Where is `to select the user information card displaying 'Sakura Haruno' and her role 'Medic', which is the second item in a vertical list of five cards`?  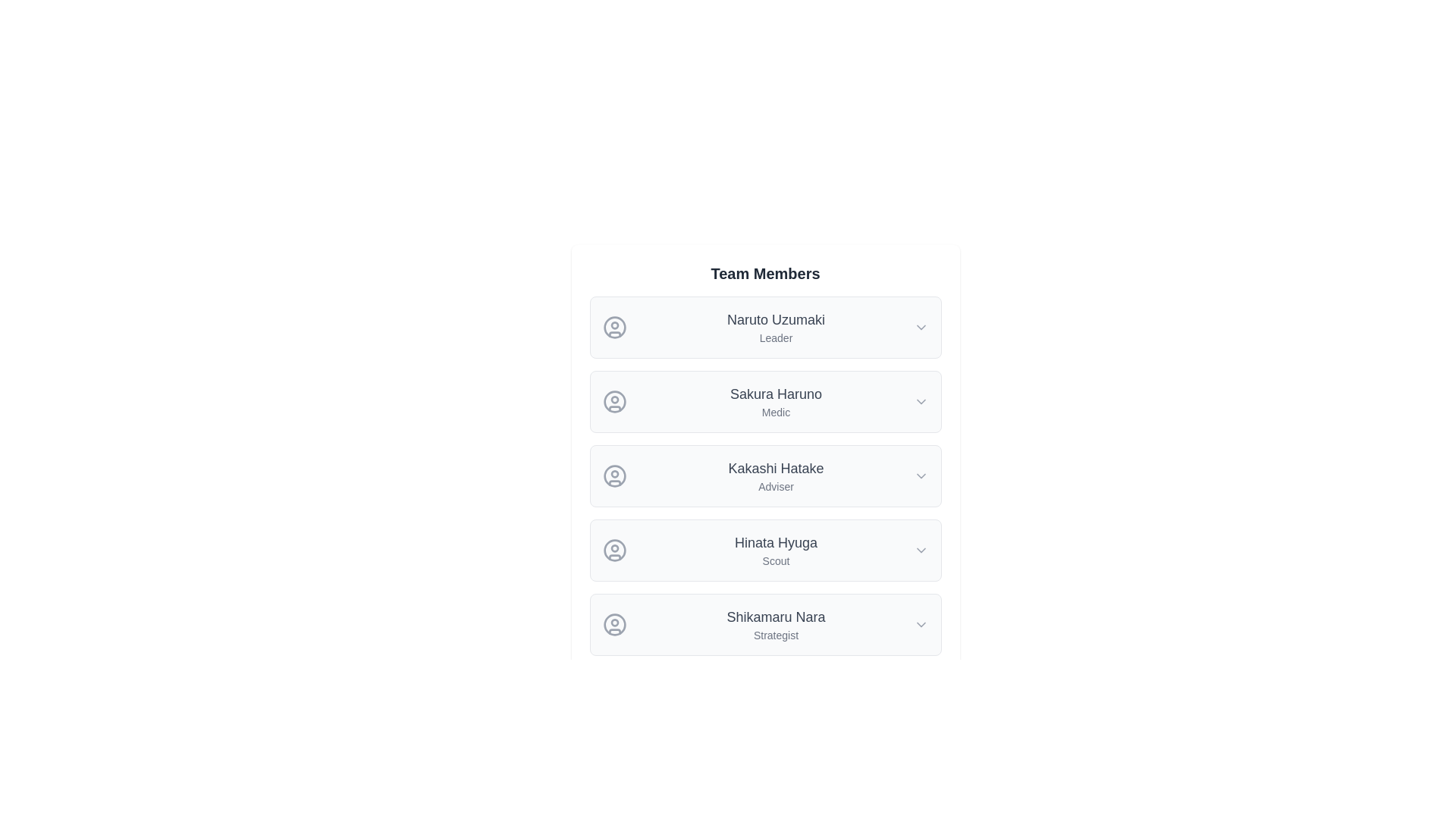 to select the user information card displaying 'Sakura Haruno' and her role 'Medic', which is the second item in a vertical list of five cards is located at coordinates (765, 400).